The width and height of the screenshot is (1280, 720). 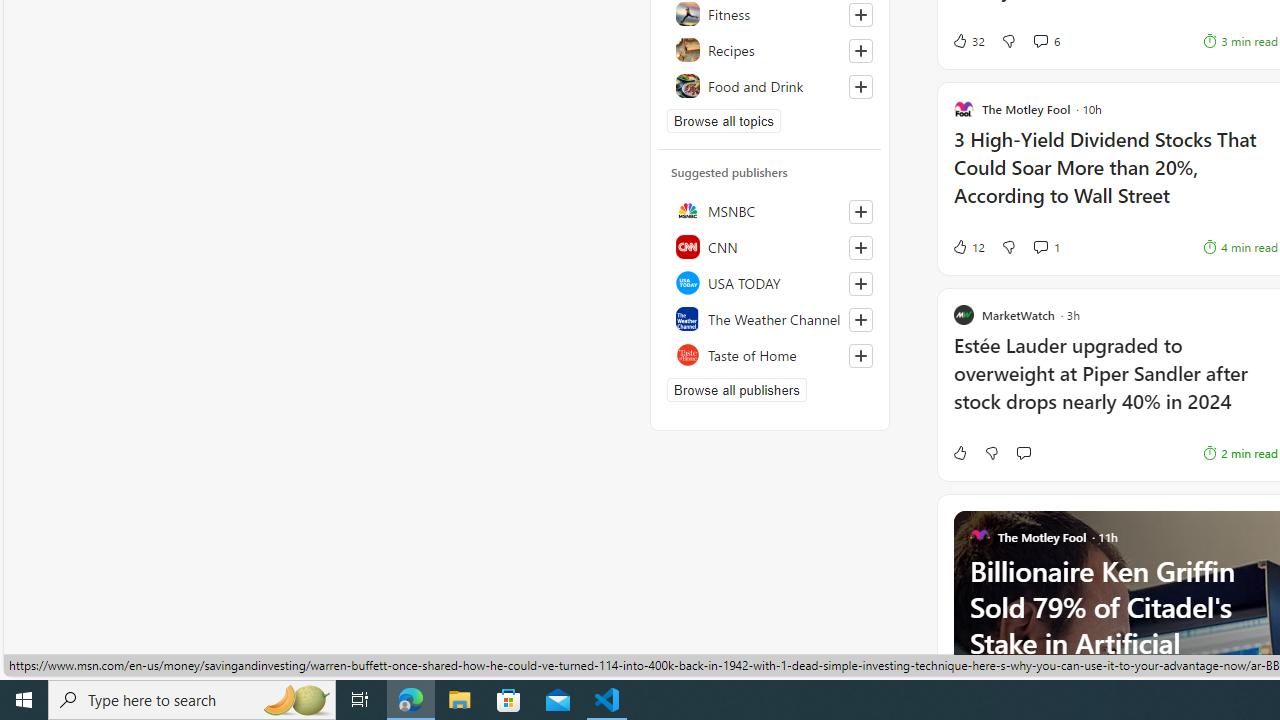 I want to click on 'Browse all publishers', so click(x=735, y=389).